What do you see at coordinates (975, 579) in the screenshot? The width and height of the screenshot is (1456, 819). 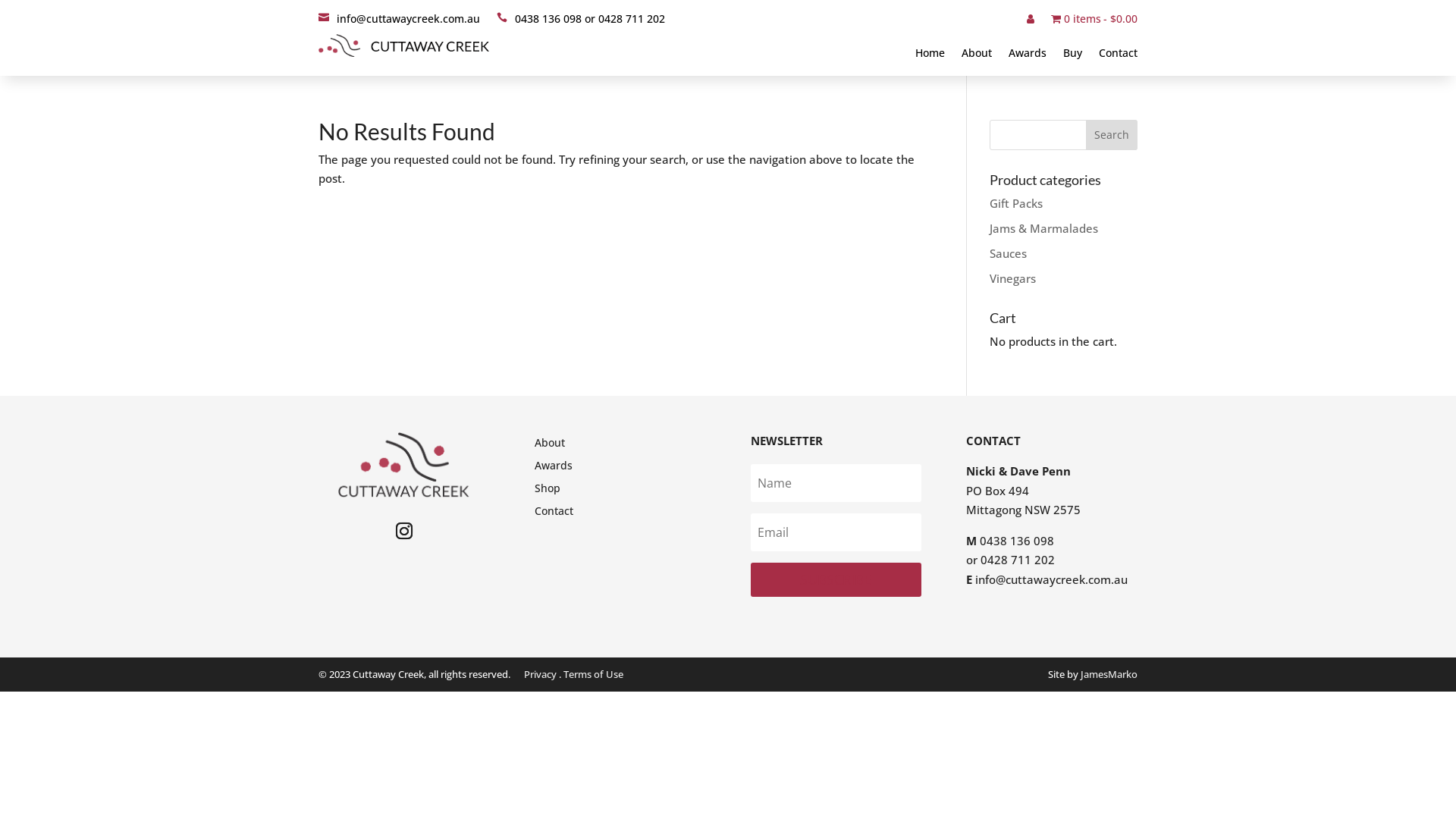 I see `'info@cuttawaycreek.com.au'` at bounding box center [975, 579].